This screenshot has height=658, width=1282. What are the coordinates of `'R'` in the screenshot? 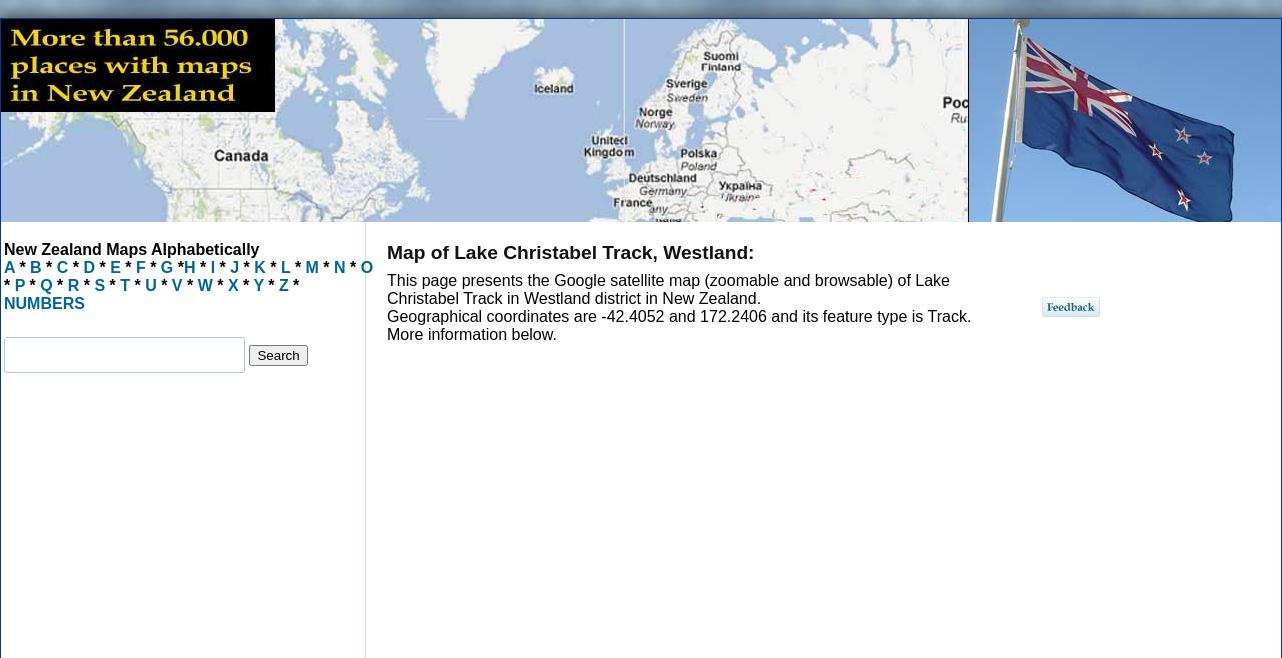 It's located at (67, 285).